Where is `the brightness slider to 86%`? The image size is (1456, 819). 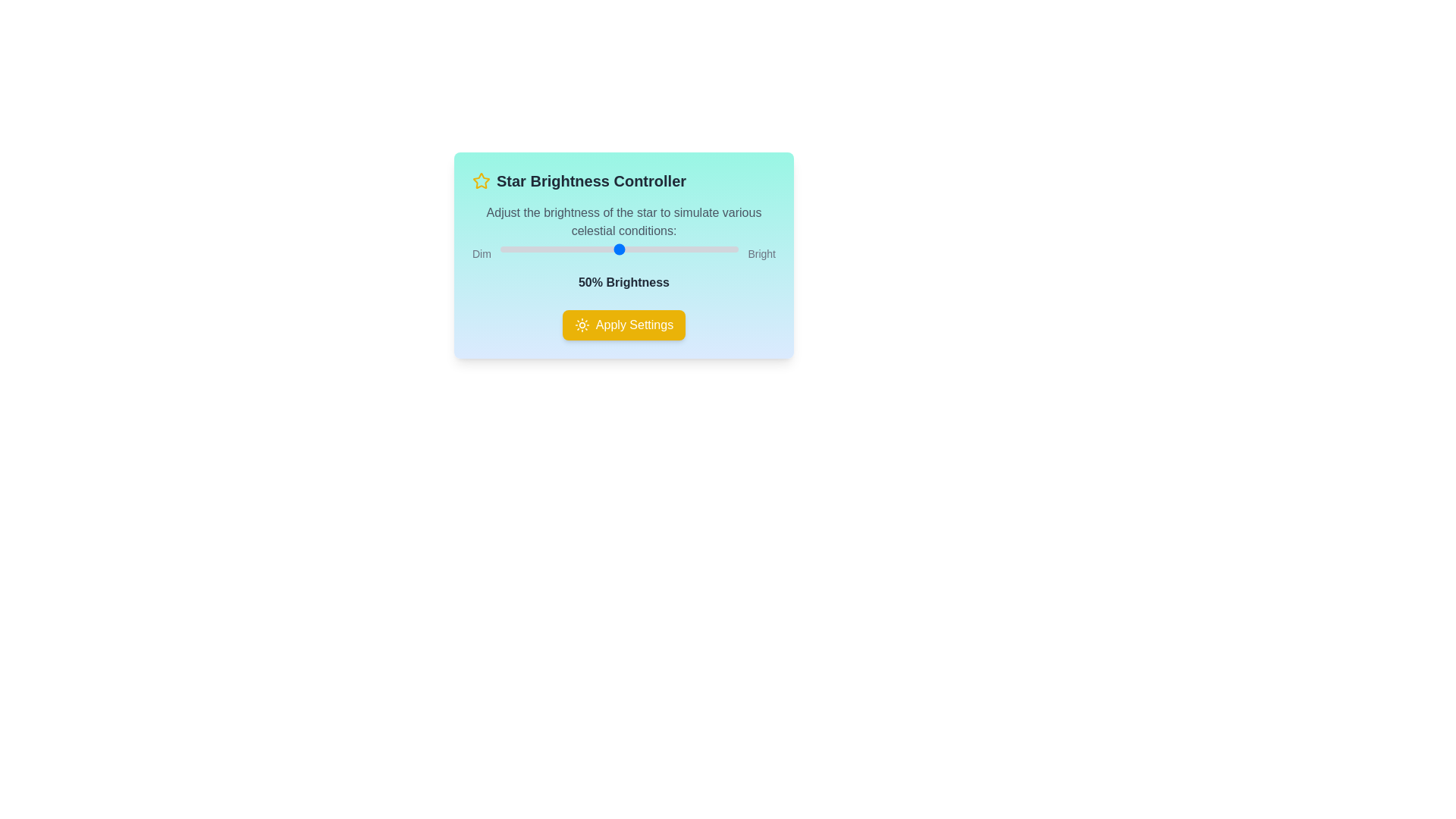 the brightness slider to 86% is located at coordinates (704, 248).